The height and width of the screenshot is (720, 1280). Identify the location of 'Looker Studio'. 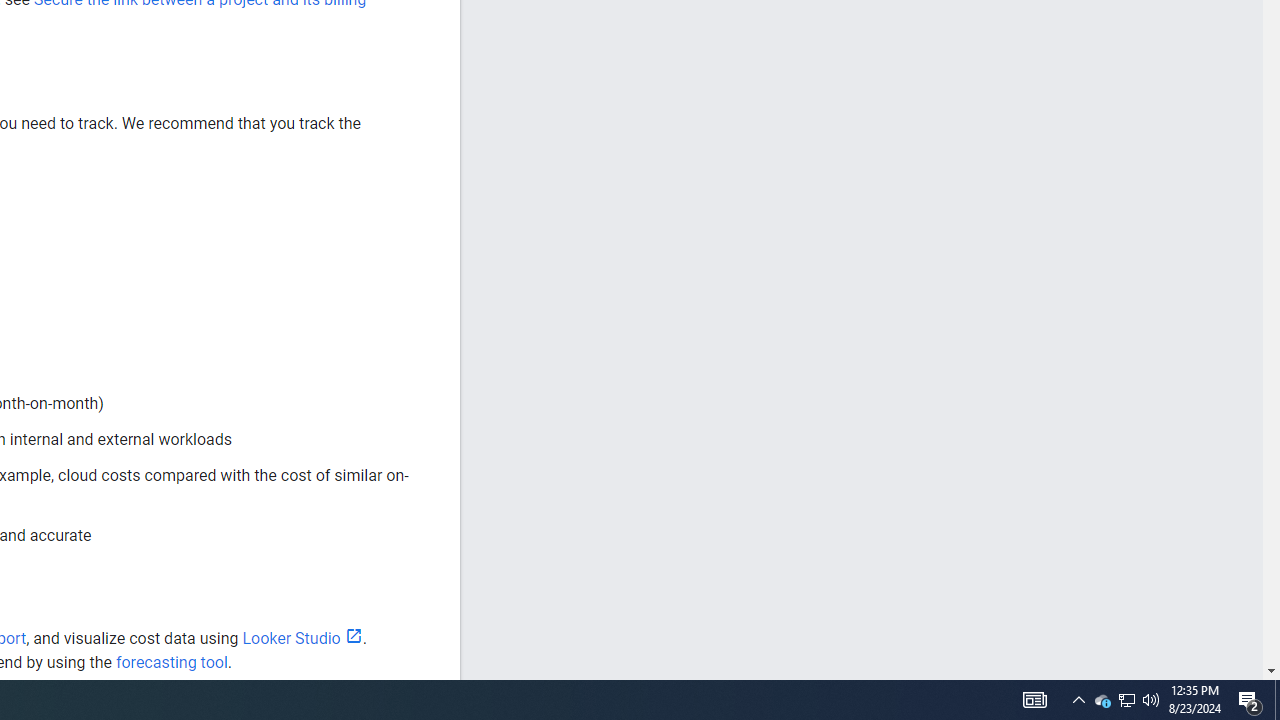
(301, 638).